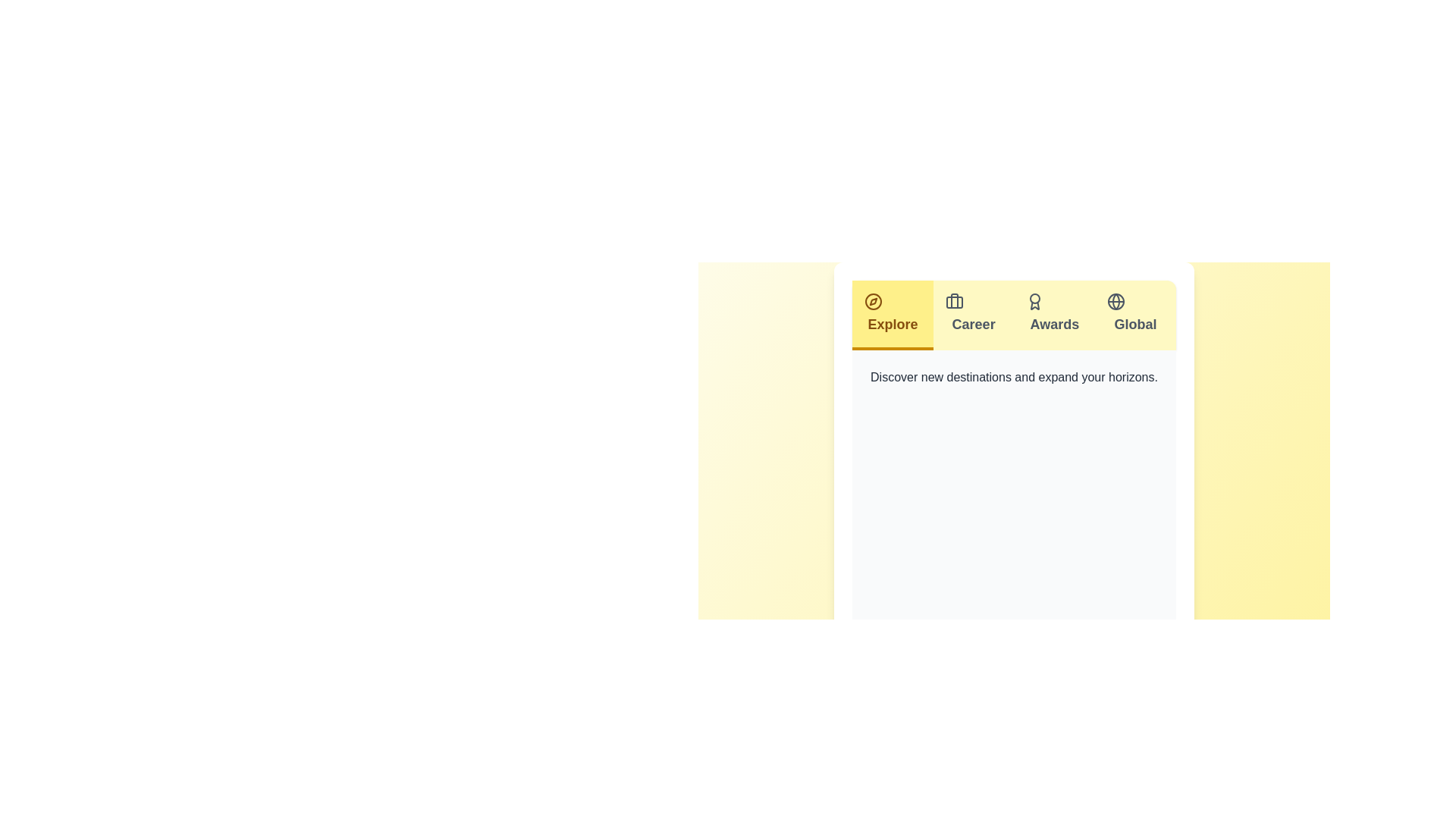  Describe the element at coordinates (1053, 315) in the screenshot. I see `the tab labeled Awards to view its content` at that location.